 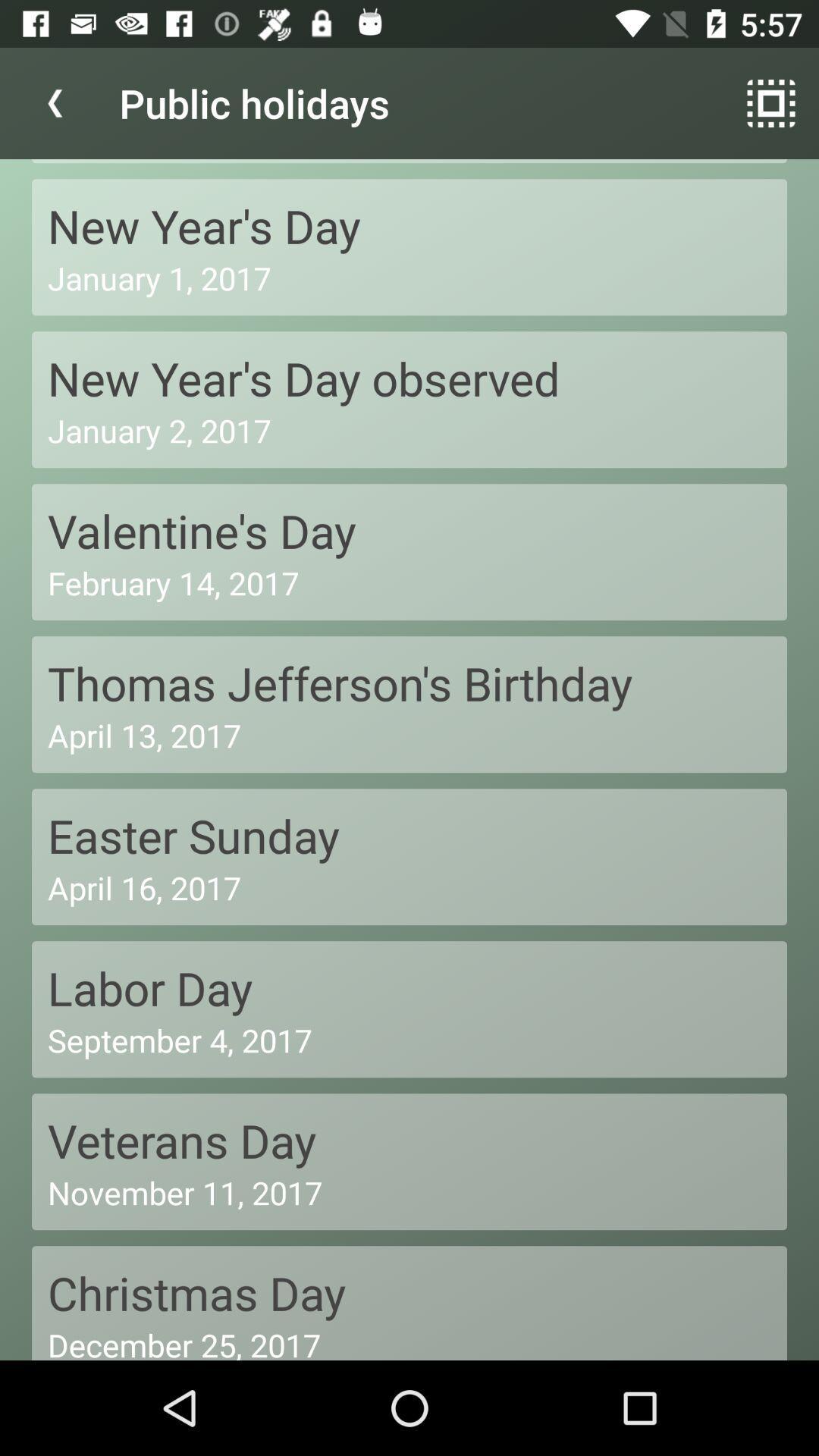 What do you see at coordinates (409, 582) in the screenshot?
I see `icon below valentine's day` at bounding box center [409, 582].